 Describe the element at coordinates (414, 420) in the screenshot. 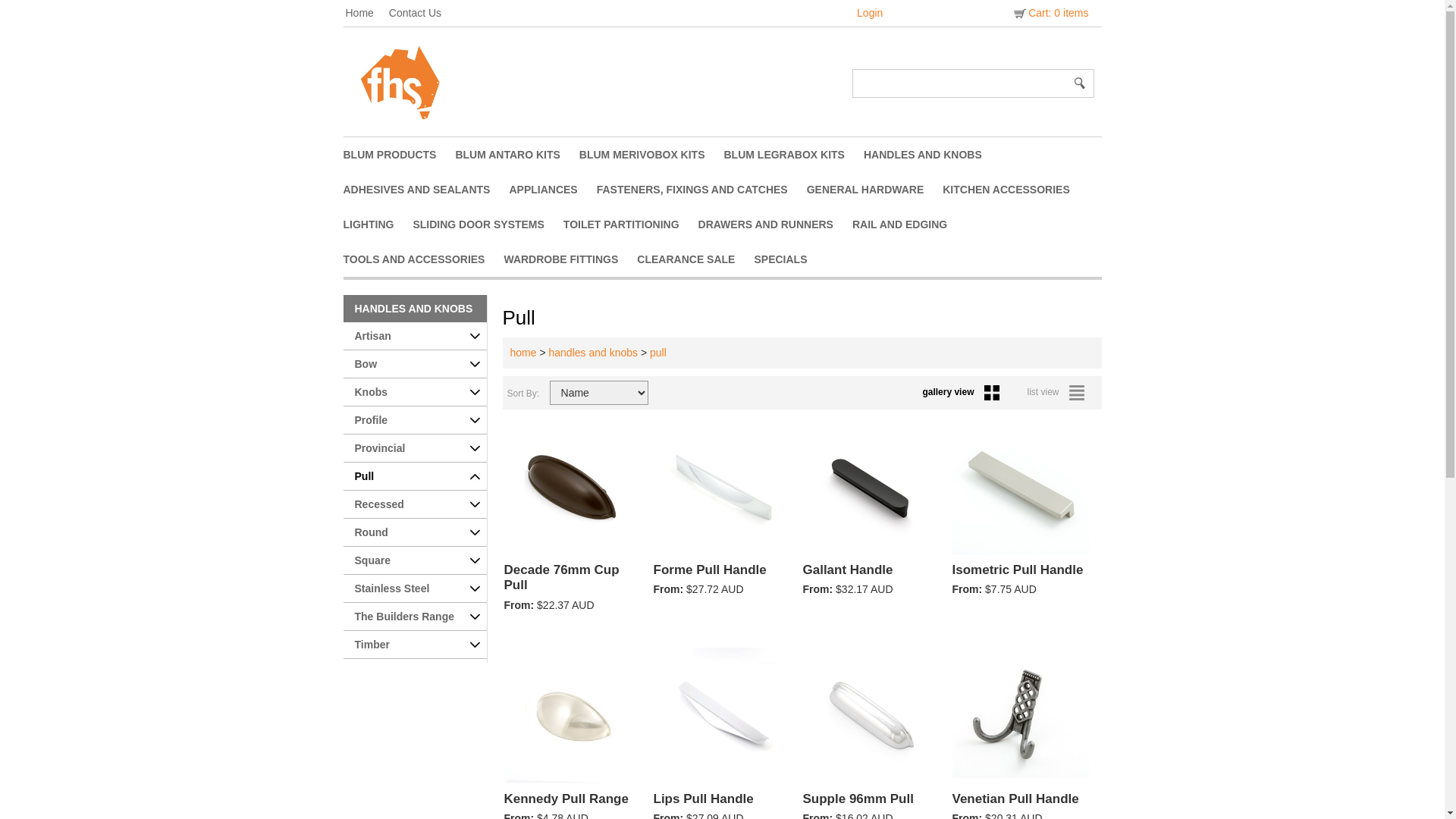

I see `'Profile'` at that location.